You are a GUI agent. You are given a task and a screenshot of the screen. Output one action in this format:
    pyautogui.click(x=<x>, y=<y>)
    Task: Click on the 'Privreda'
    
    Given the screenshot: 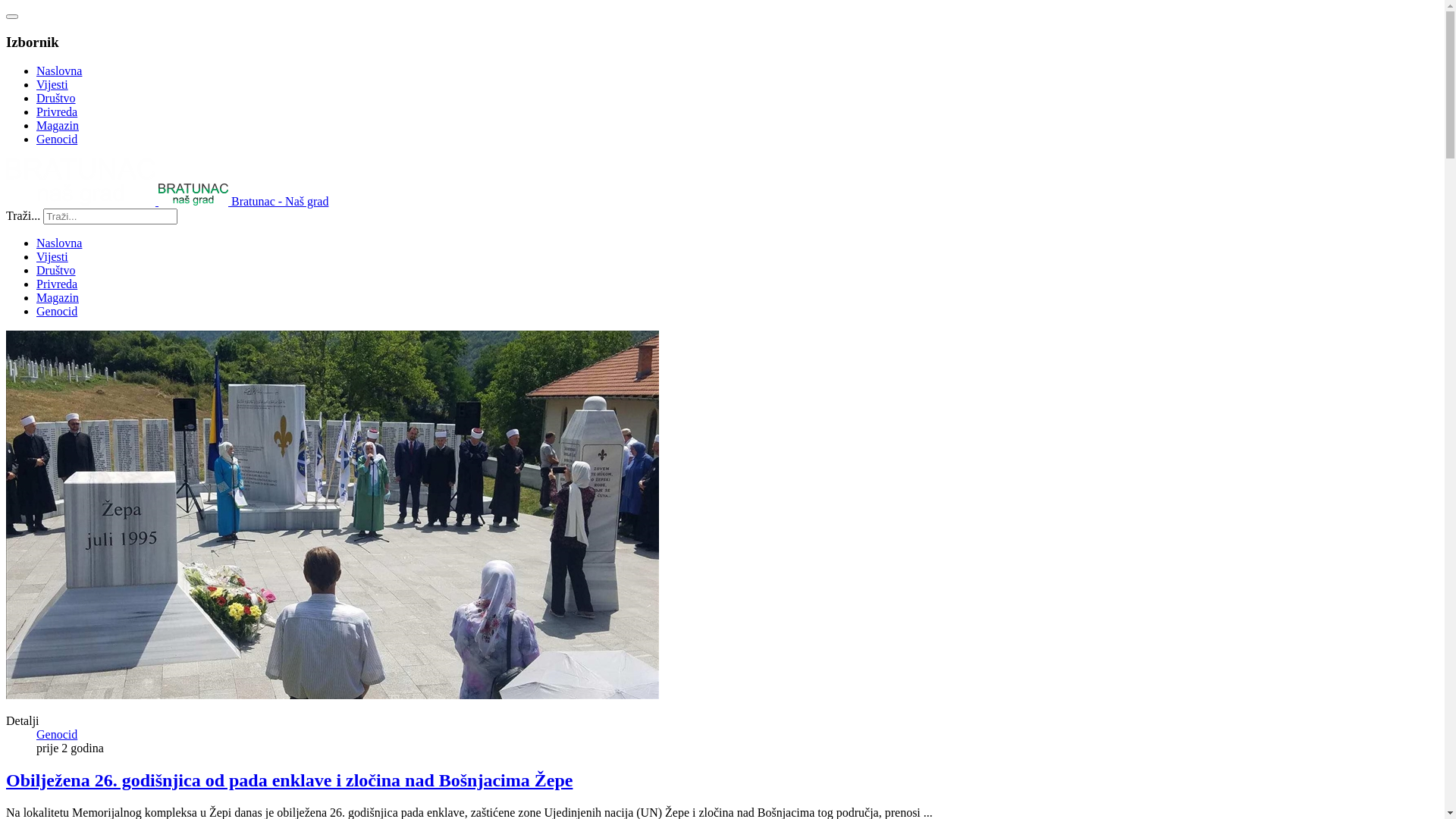 What is the action you would take?
    pyautogui.click(x=57, y=111)
    